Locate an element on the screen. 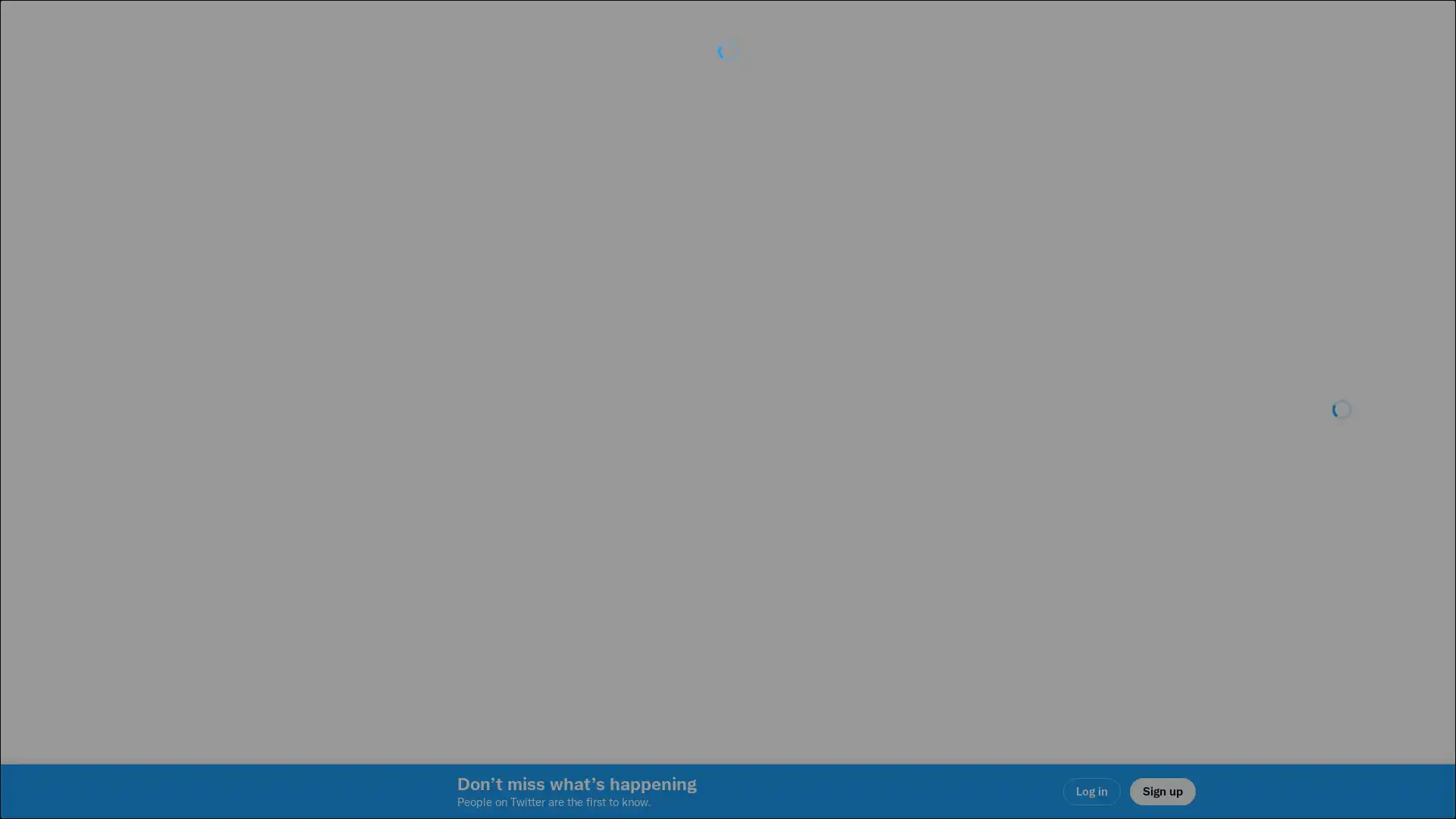 This screenshot has width=1456, height=819. Sign up is located at coordinates (548, 516).